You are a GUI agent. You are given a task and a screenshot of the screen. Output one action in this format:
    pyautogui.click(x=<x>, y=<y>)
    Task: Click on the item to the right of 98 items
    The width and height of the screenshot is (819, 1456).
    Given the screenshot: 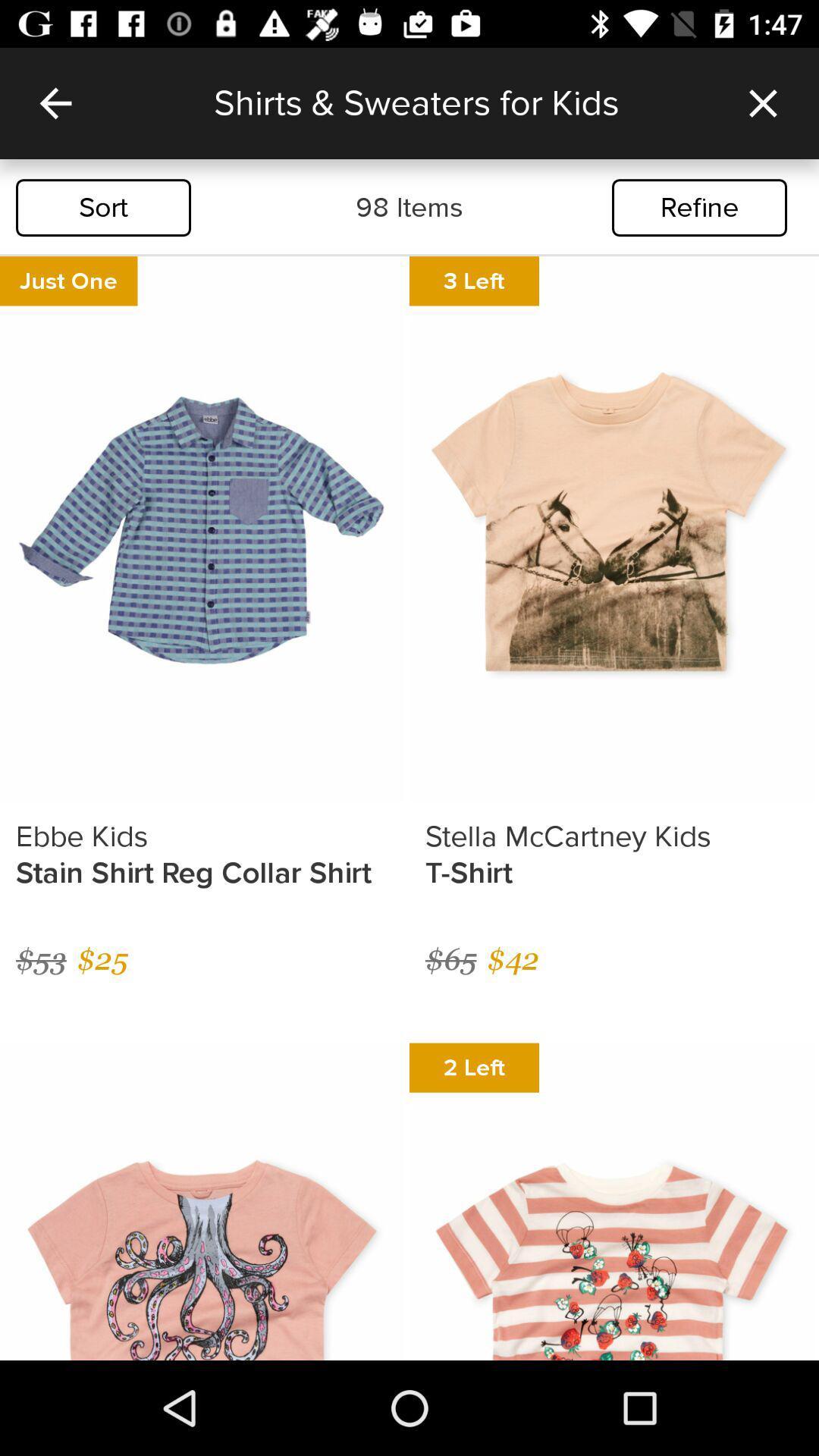 What is the action you would take?
    pyautogui.click(x=699, y=207)
    